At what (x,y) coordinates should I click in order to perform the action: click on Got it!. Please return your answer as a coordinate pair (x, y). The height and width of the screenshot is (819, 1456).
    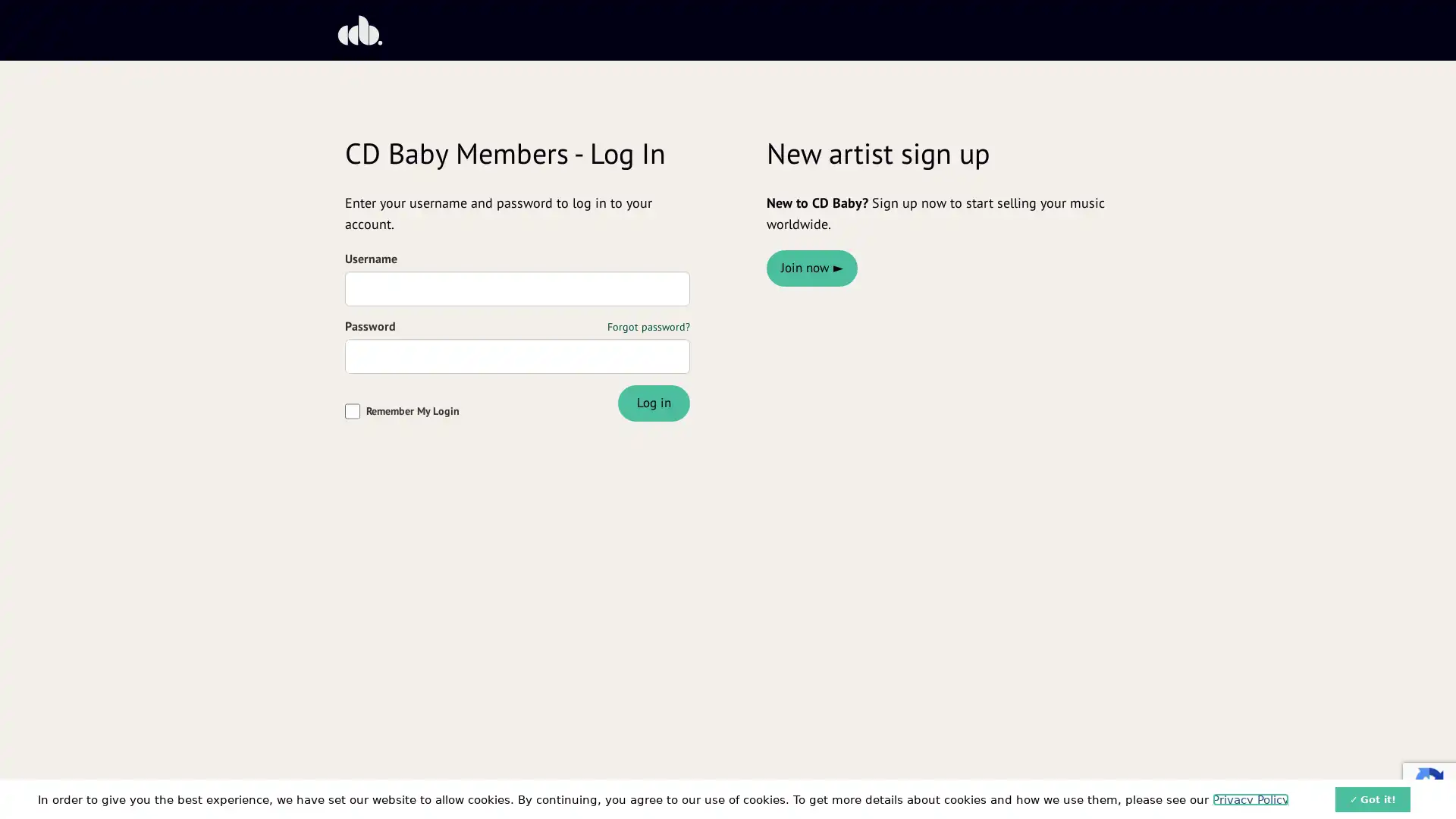
    Looking at the image, I should click on (1373, 798).